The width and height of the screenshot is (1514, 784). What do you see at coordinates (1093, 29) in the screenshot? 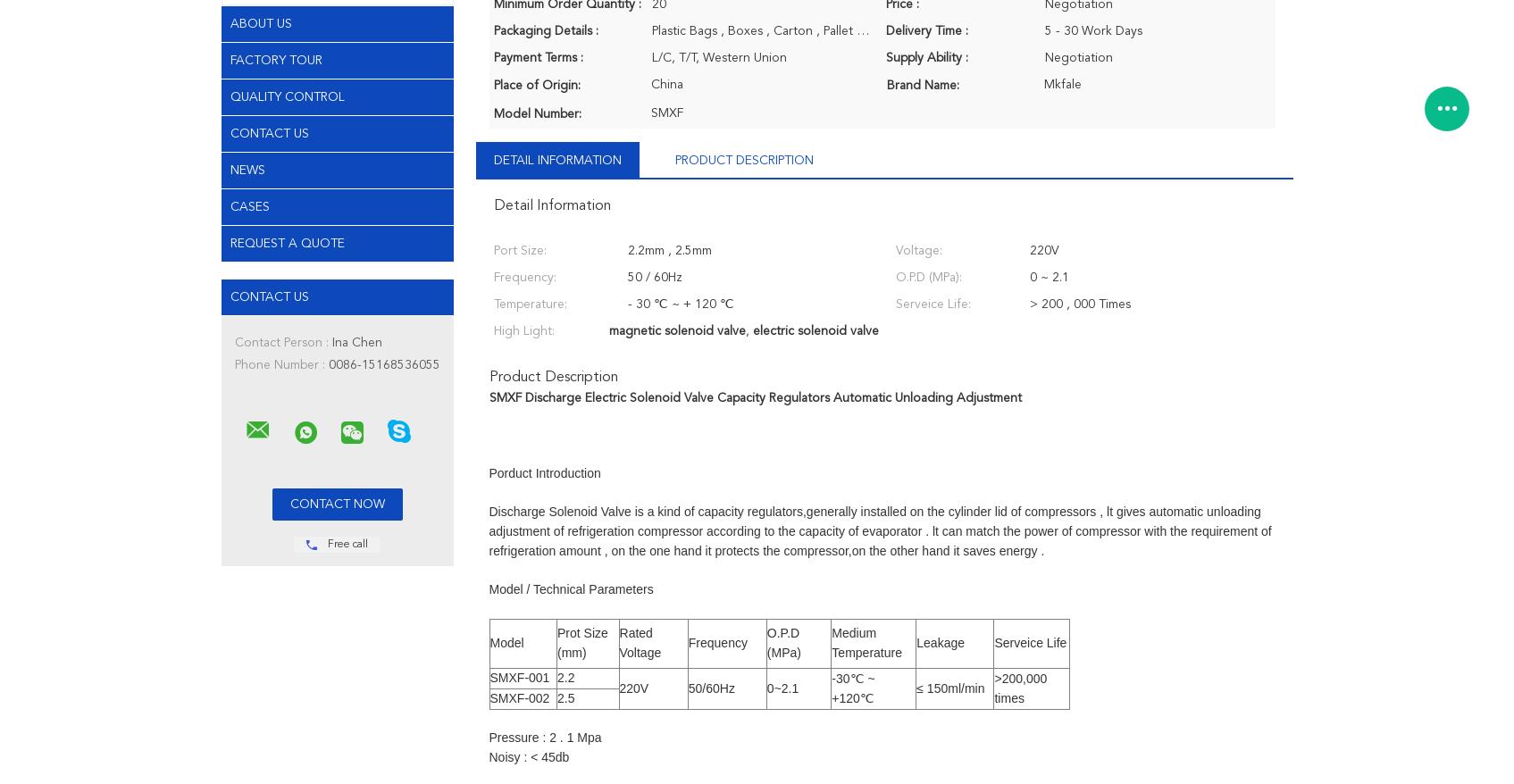
I see `'5 - 30 Work Days'` at bounding box center [1093, 29].